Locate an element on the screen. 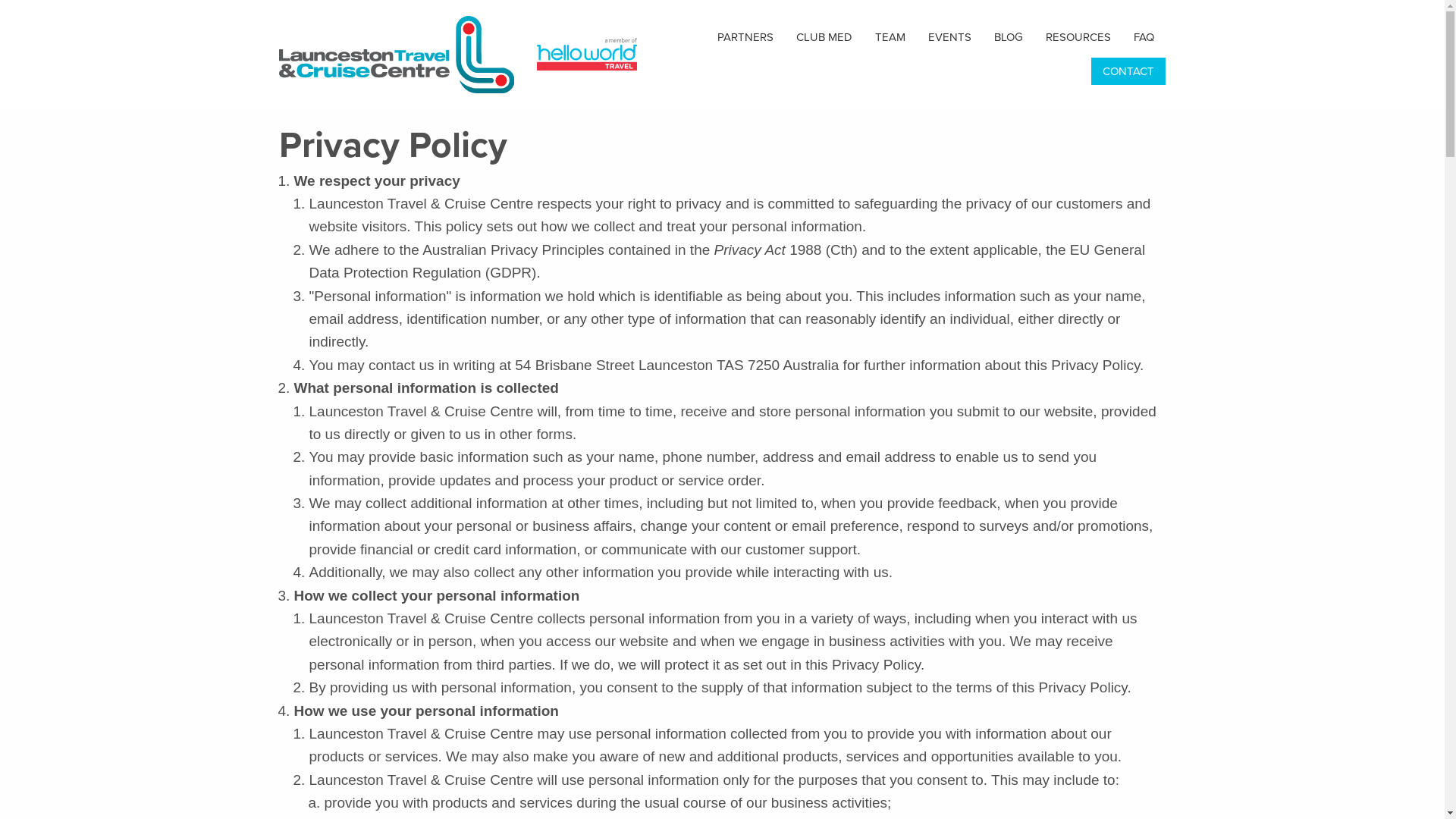 The height and width of the screenshot is (819, 1456). 'BLOG' is located at coordinates (983, 36).